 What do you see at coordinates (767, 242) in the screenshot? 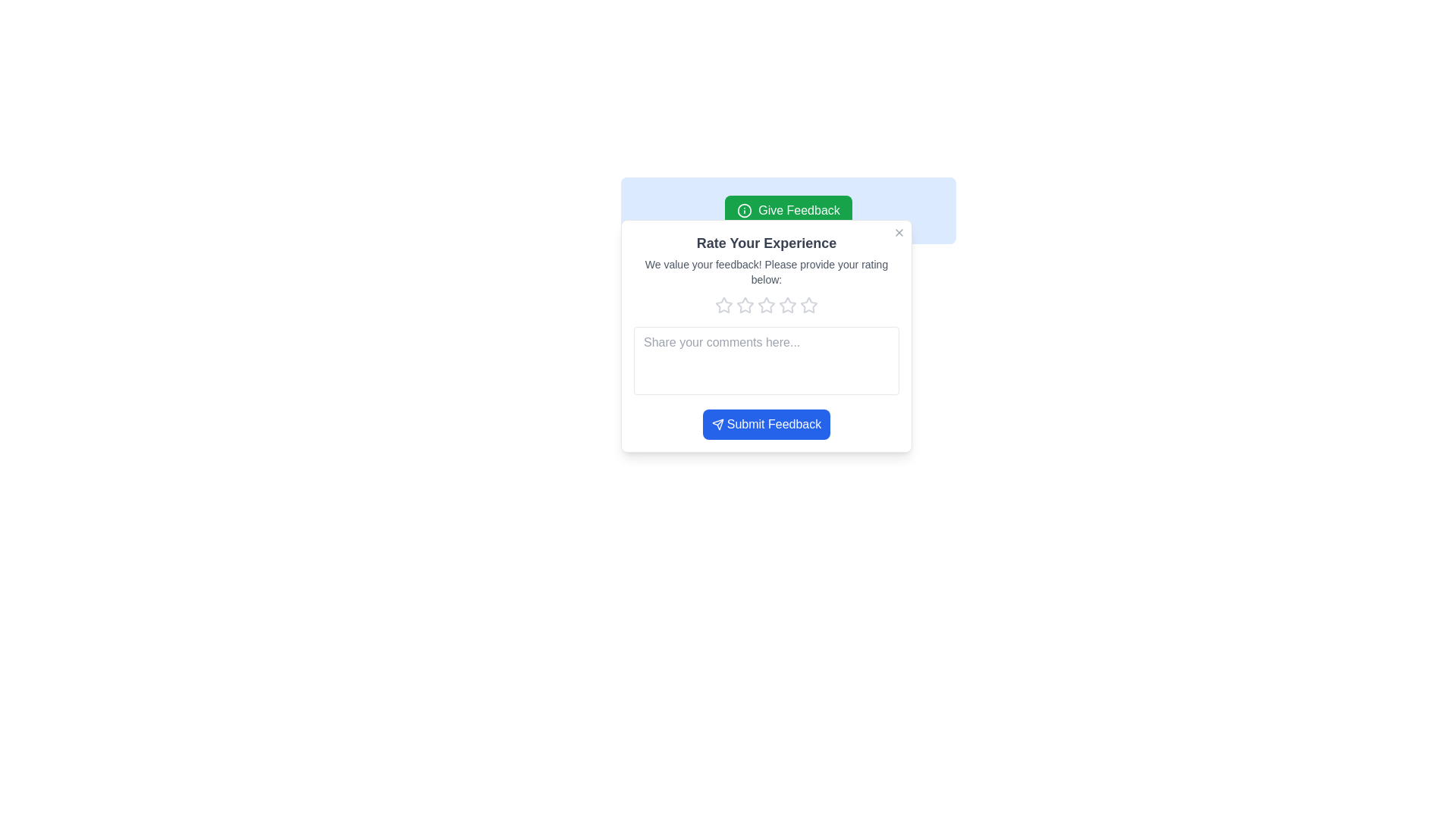
I see `the Text Heading, which serves as the title for the feedback section and is located beneath the close 'X' button` at bounding box center [767, 242].